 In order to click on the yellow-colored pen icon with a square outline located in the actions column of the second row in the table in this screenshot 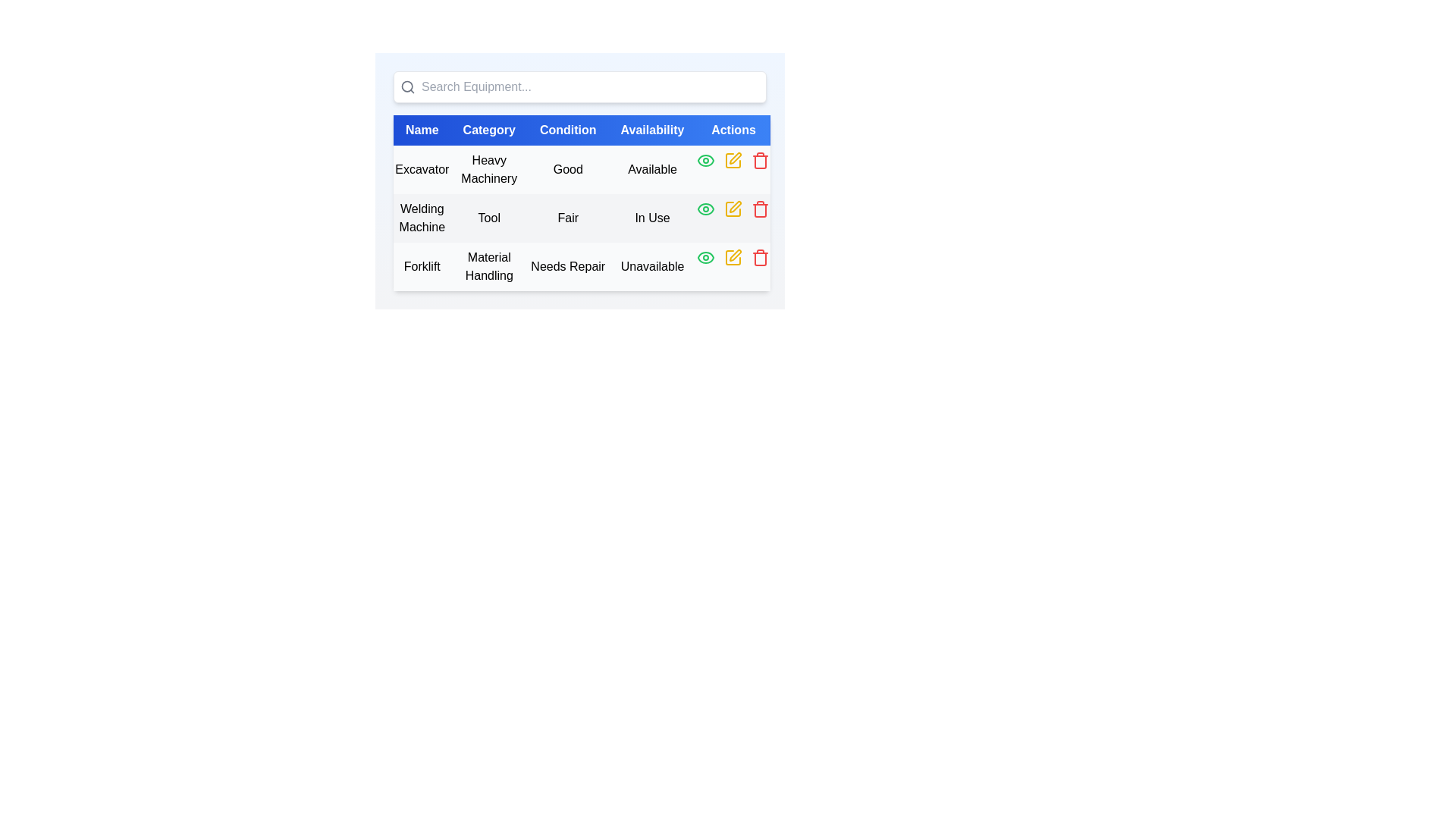, I will do `click(733, 209)`.